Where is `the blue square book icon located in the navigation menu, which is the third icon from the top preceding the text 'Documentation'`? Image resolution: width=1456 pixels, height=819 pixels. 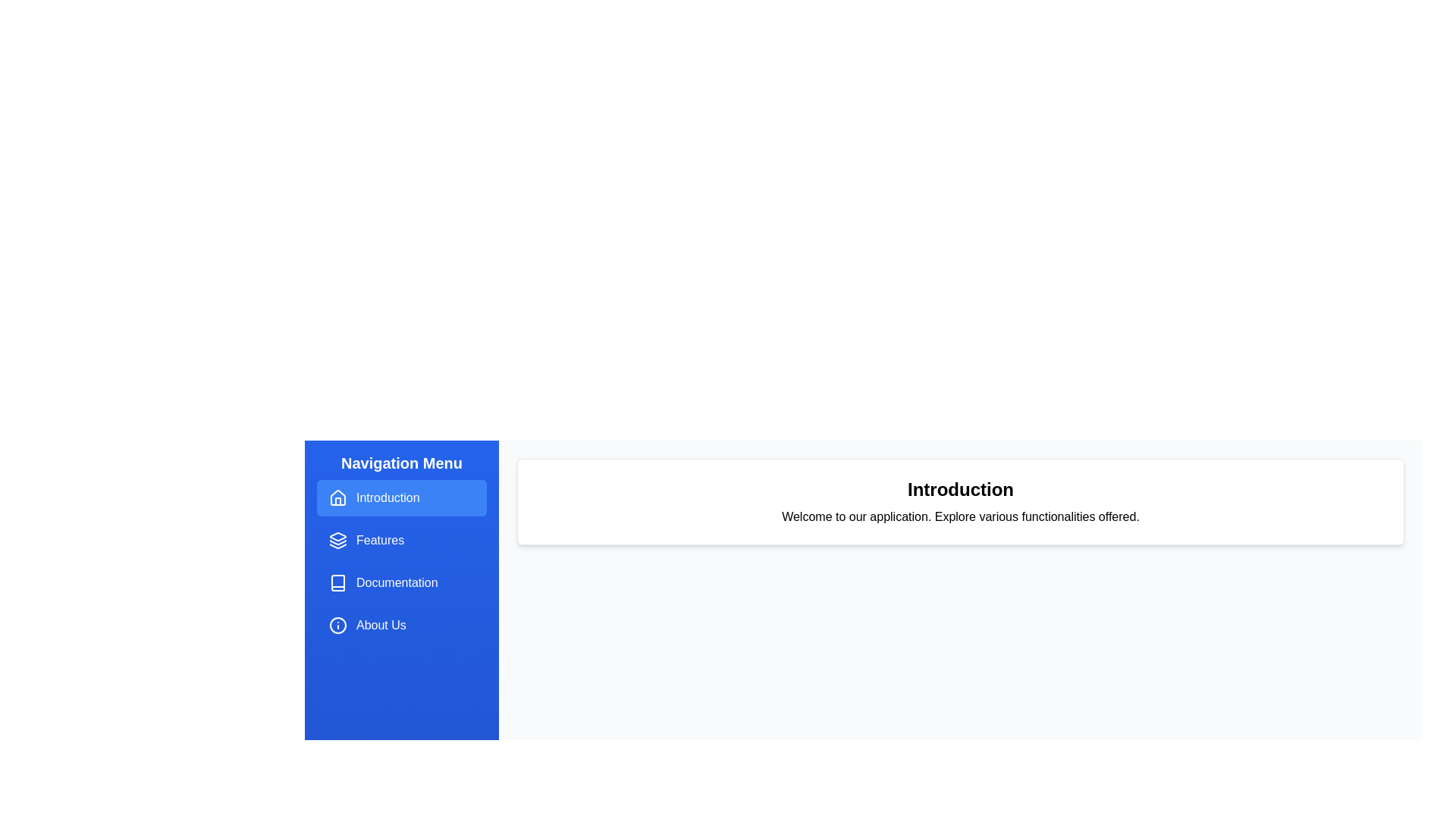
the blue square book icon located in the navigation menu, which is the third icon from the top preceding the text 'Documentation' is located at coordinates (337, 582).